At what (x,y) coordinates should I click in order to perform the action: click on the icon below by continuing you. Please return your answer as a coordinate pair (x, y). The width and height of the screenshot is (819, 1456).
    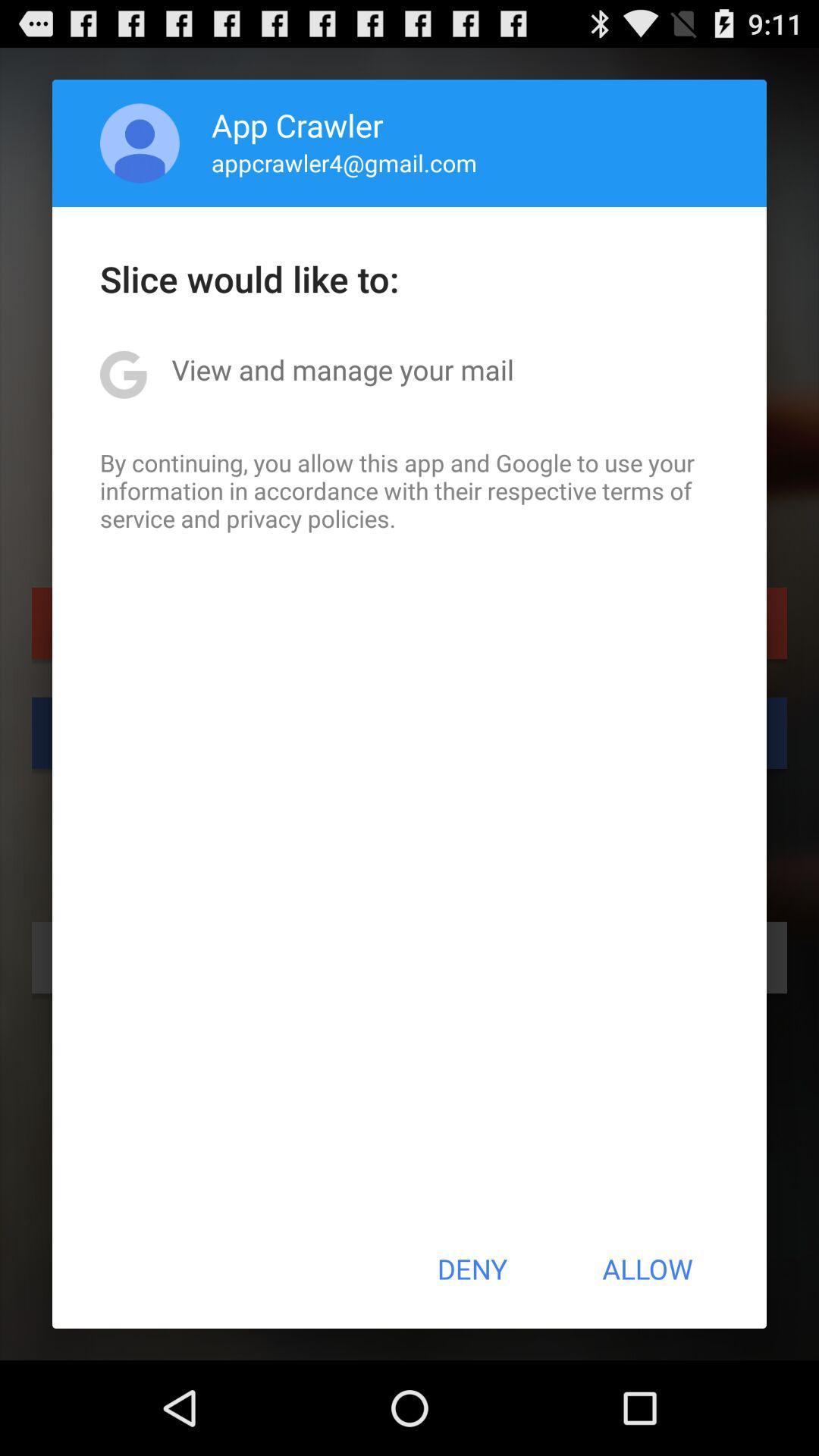
    Looking at the image, I should click on (471, 1269).